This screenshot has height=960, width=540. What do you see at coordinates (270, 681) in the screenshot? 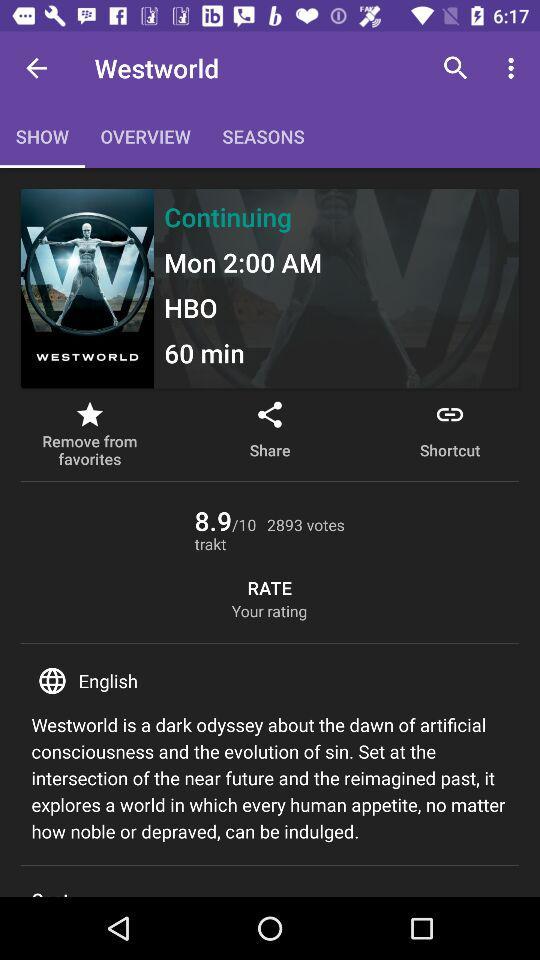
I see `english item` at bounding box center [270, 681].